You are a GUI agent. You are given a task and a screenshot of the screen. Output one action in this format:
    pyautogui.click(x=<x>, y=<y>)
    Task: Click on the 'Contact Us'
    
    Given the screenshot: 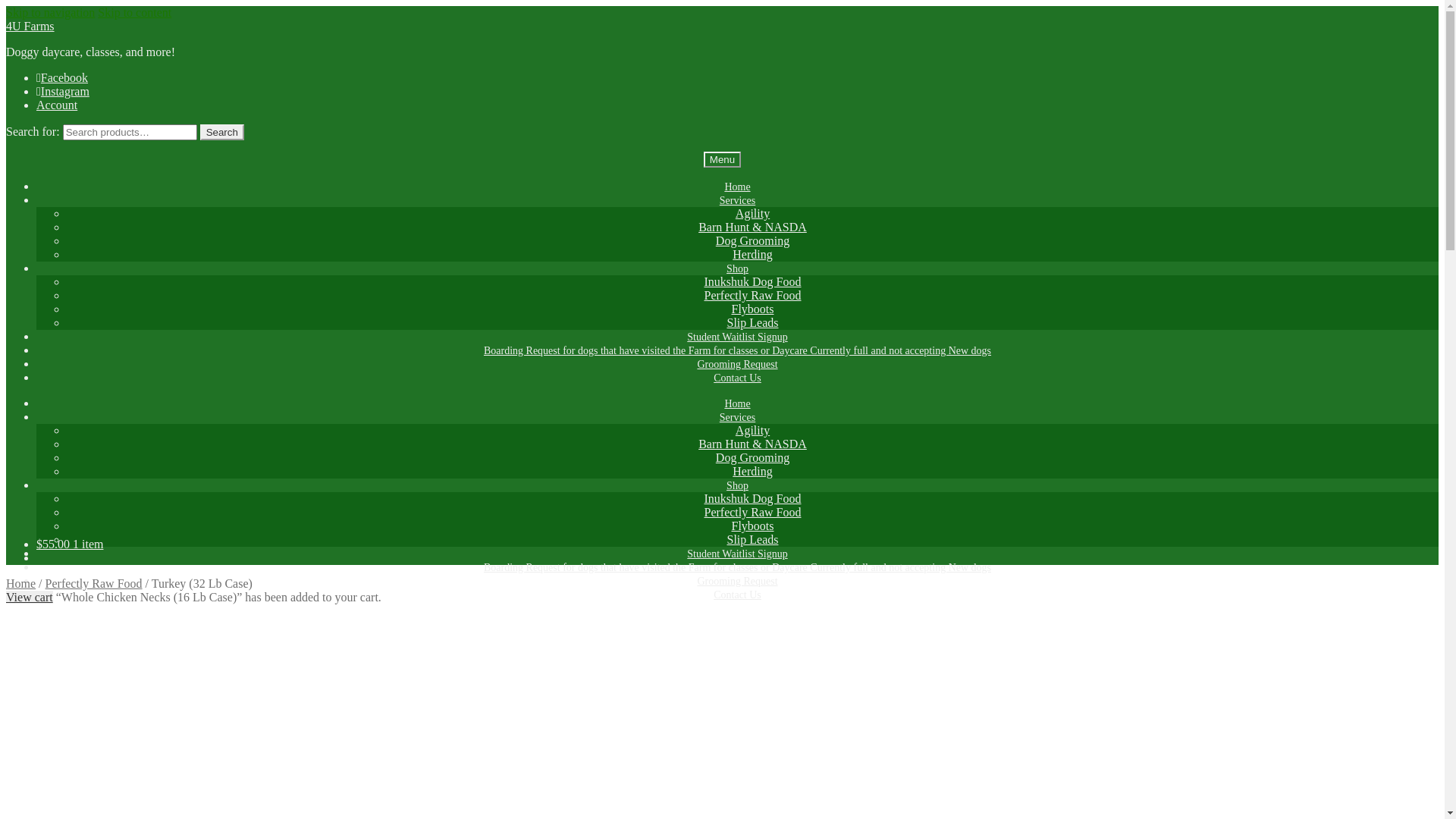 What is the action you would take?
    pyautogui.click(x=738, y=377)
    